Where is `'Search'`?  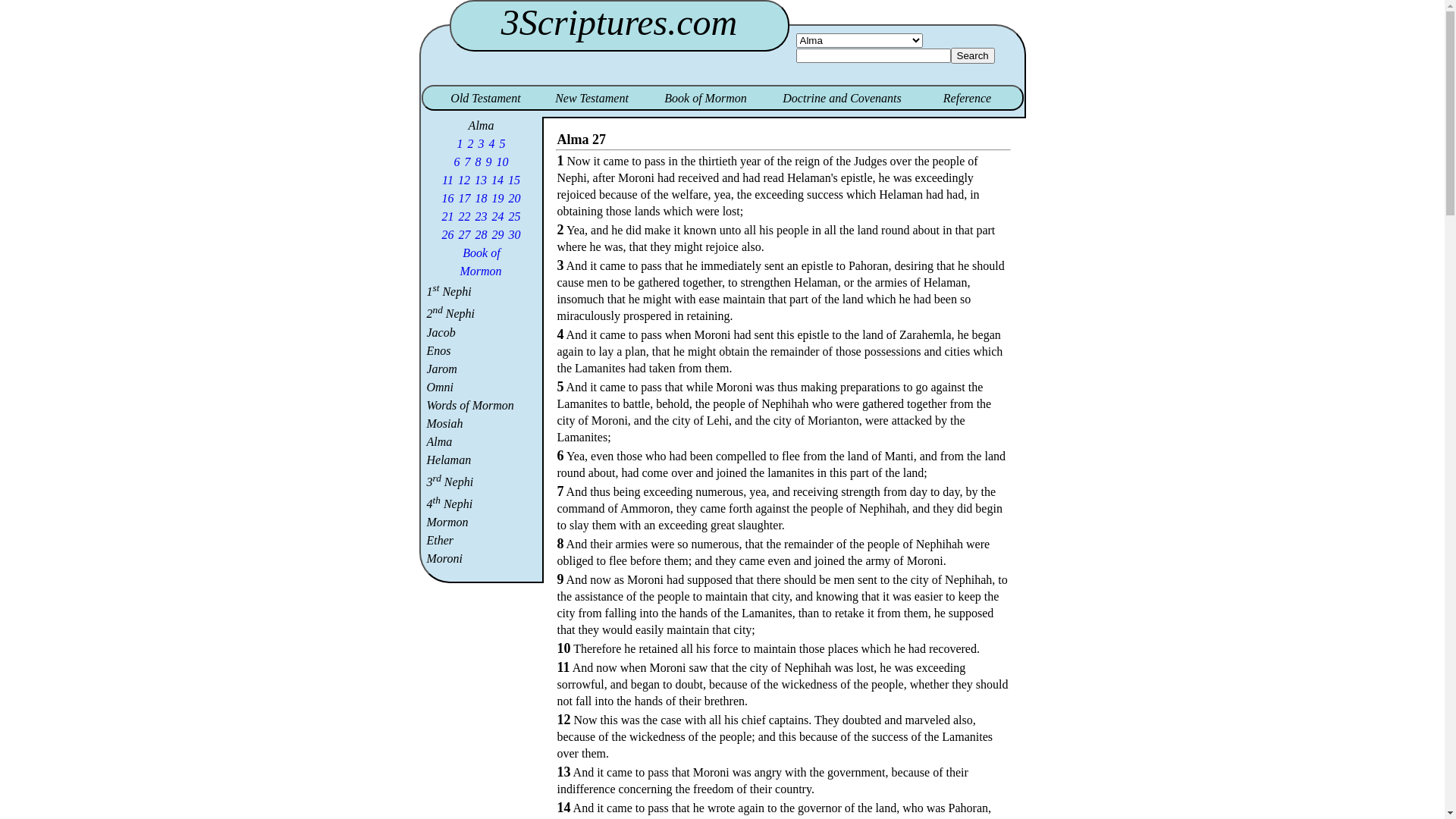
'Search' is located at coordinates (972, 55).